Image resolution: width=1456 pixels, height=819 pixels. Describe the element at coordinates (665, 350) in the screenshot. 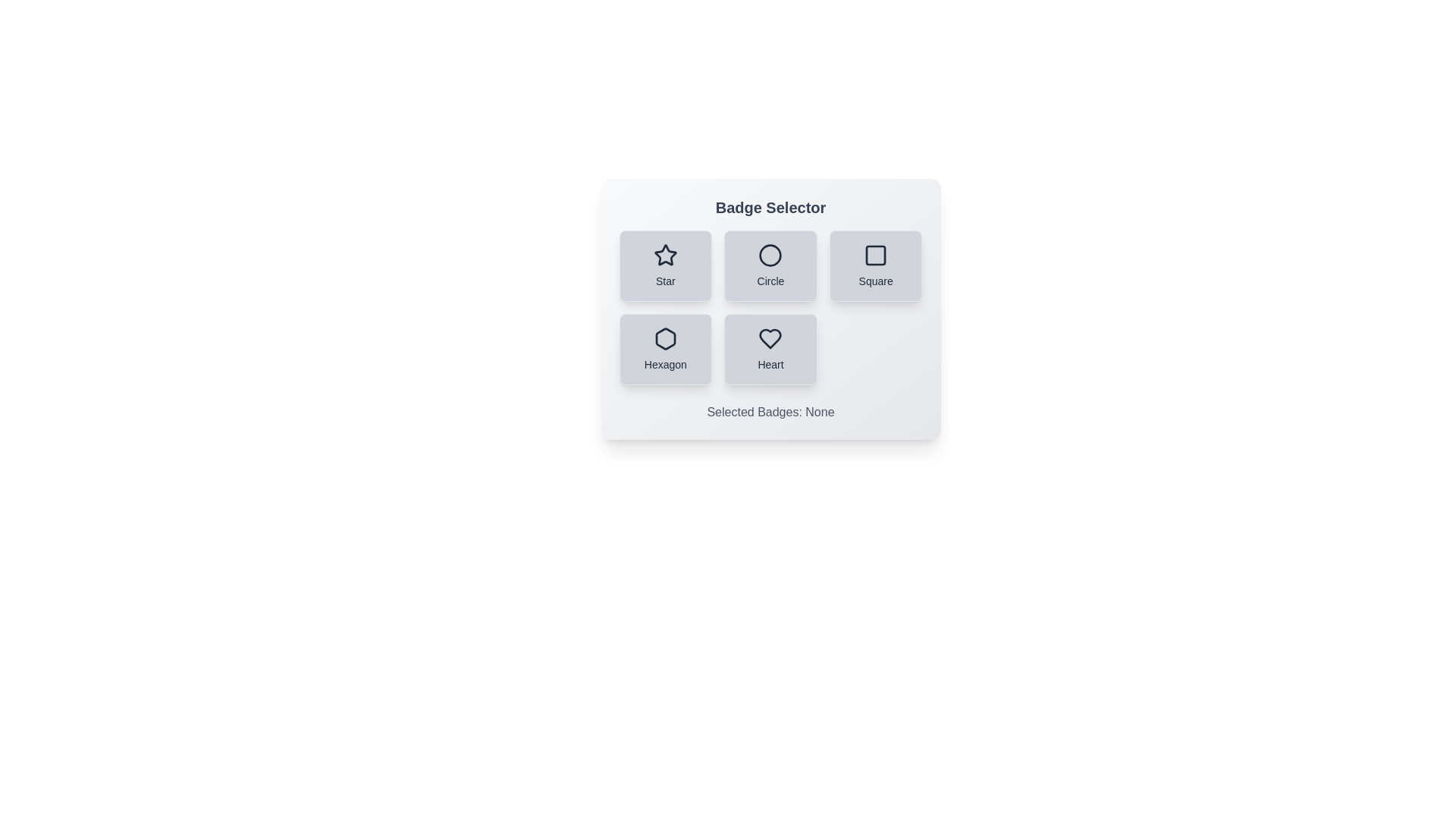

I see `the badge button labeled Hexagon to observe its visual feedback` at that location.